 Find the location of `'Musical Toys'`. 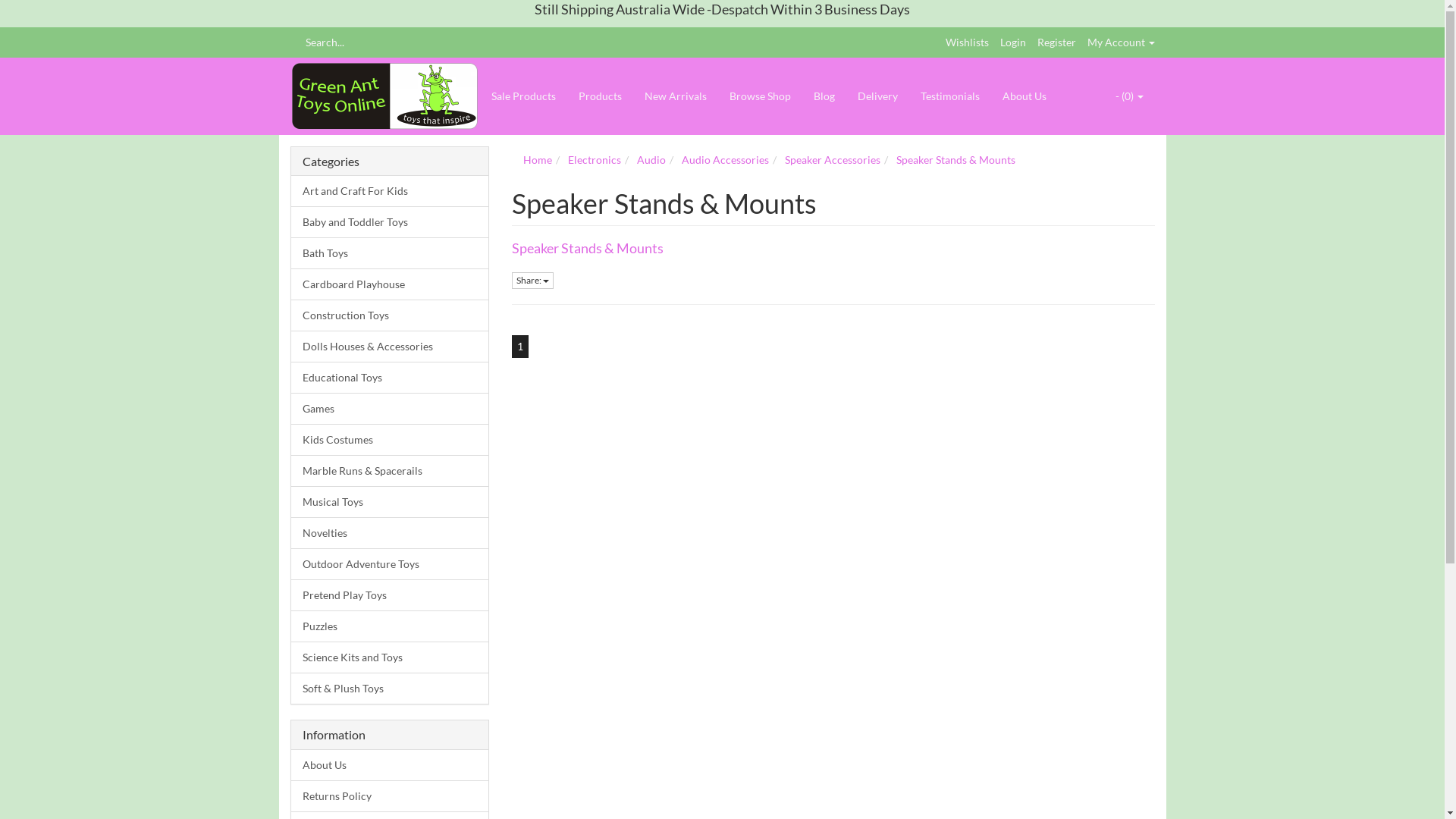

'Musical Toys' is located at coordinates (390, 501).